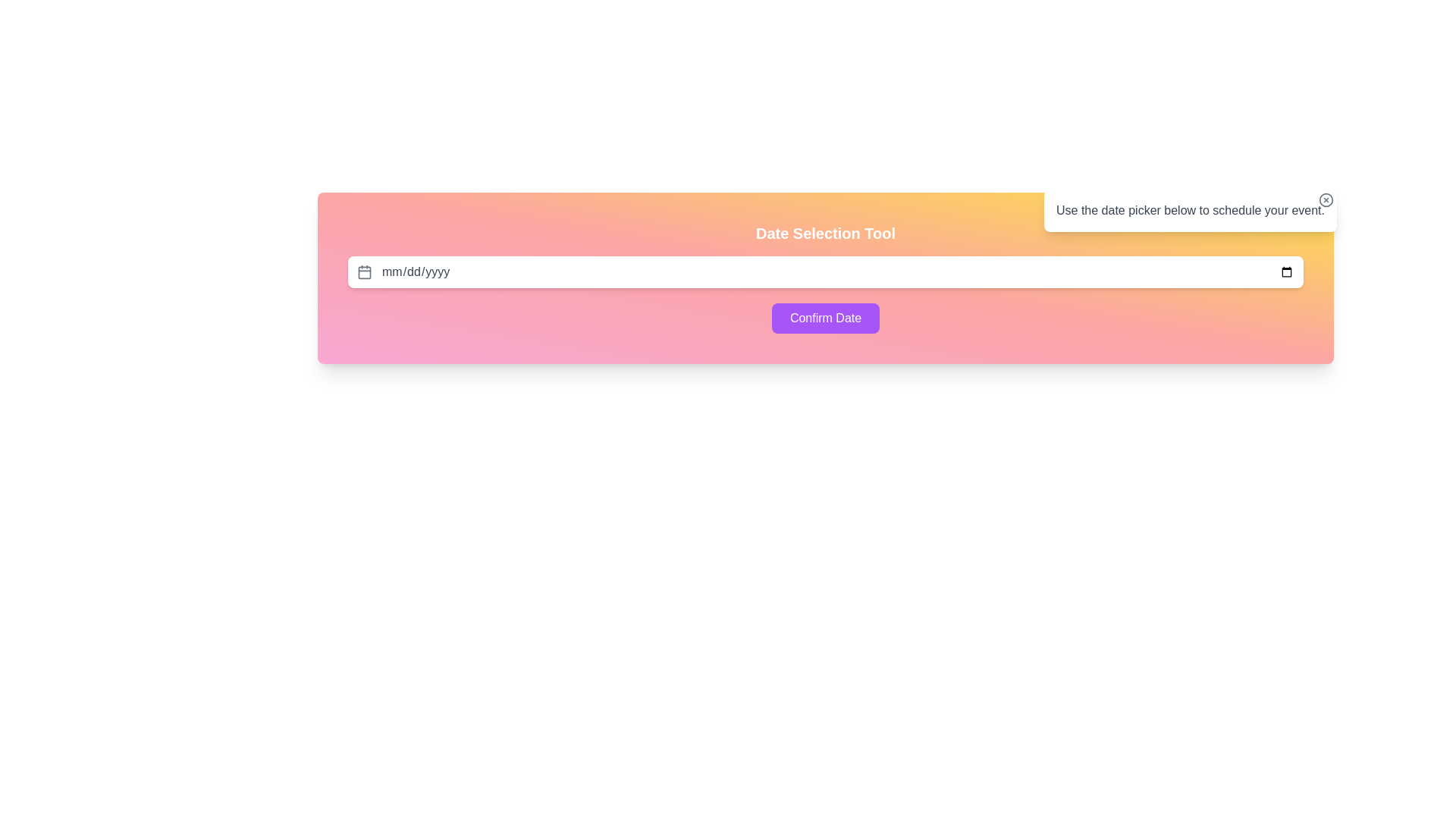  I want to click on the gray calendar icon located to the left of the text field, so click(364, 271).